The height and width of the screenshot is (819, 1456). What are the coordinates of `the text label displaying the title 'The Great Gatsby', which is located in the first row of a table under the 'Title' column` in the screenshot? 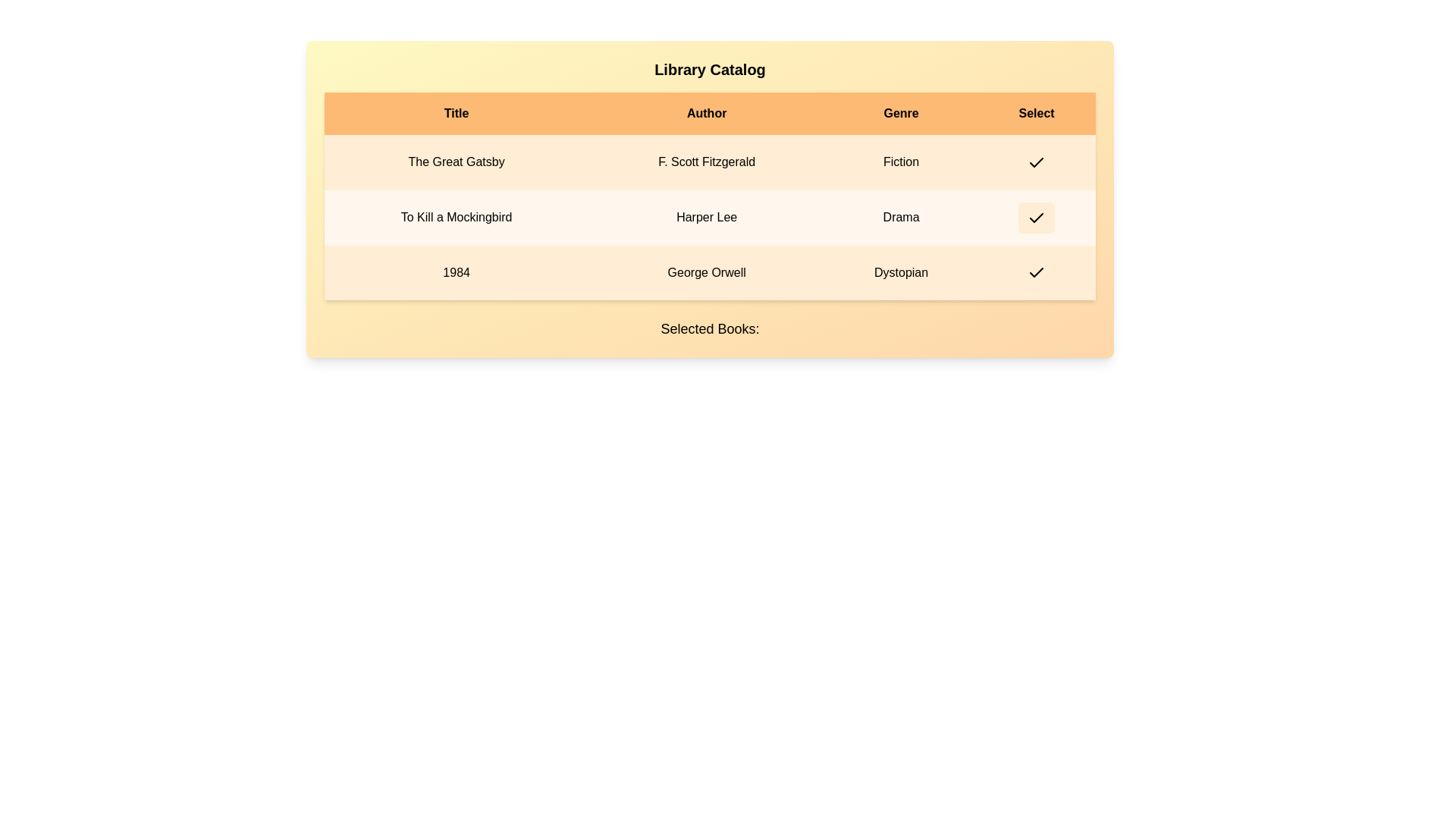 It's located at (456, 162).